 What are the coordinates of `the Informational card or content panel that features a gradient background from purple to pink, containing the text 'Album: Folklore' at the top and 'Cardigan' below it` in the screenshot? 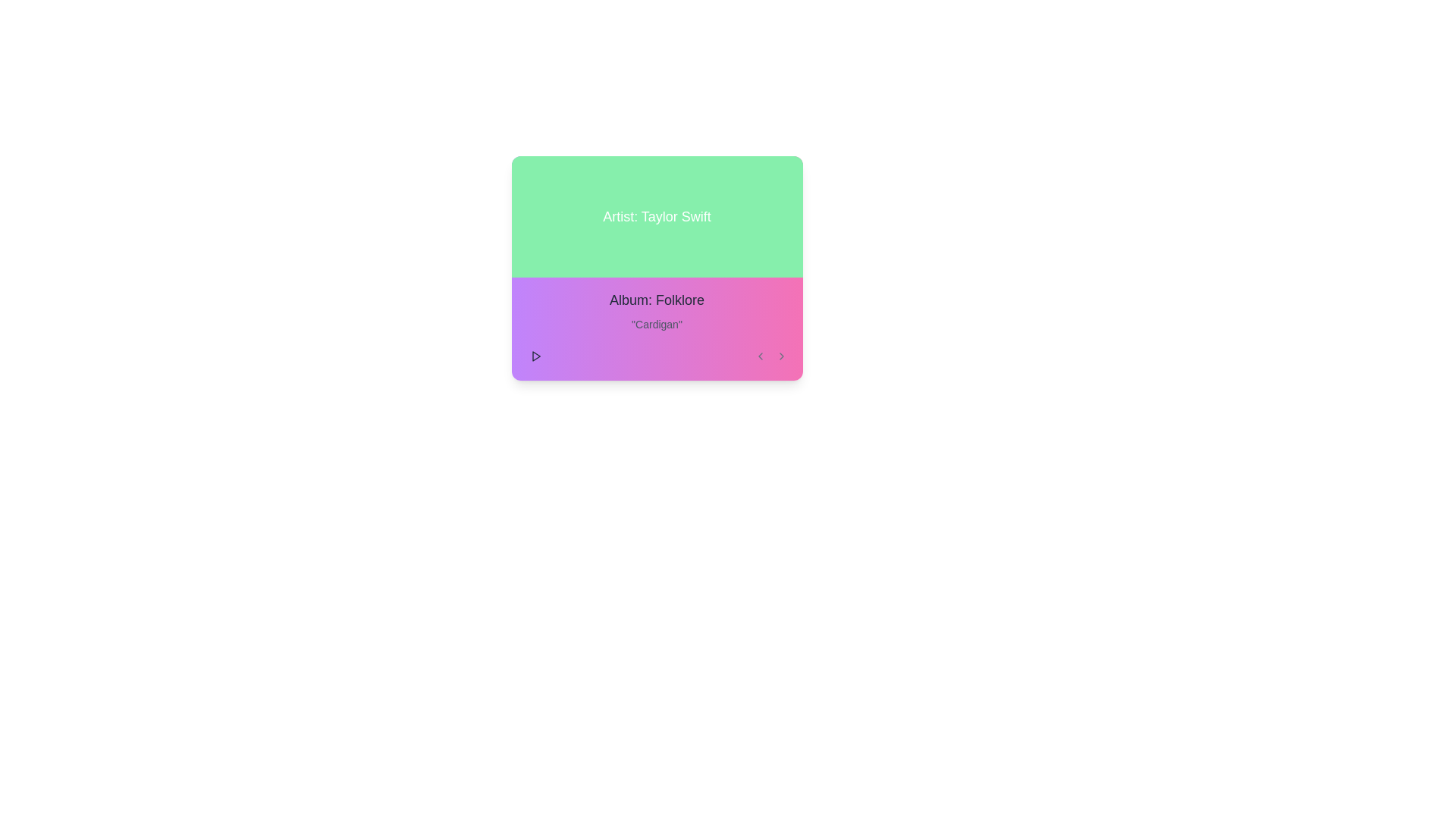 It's located at (657, 328).